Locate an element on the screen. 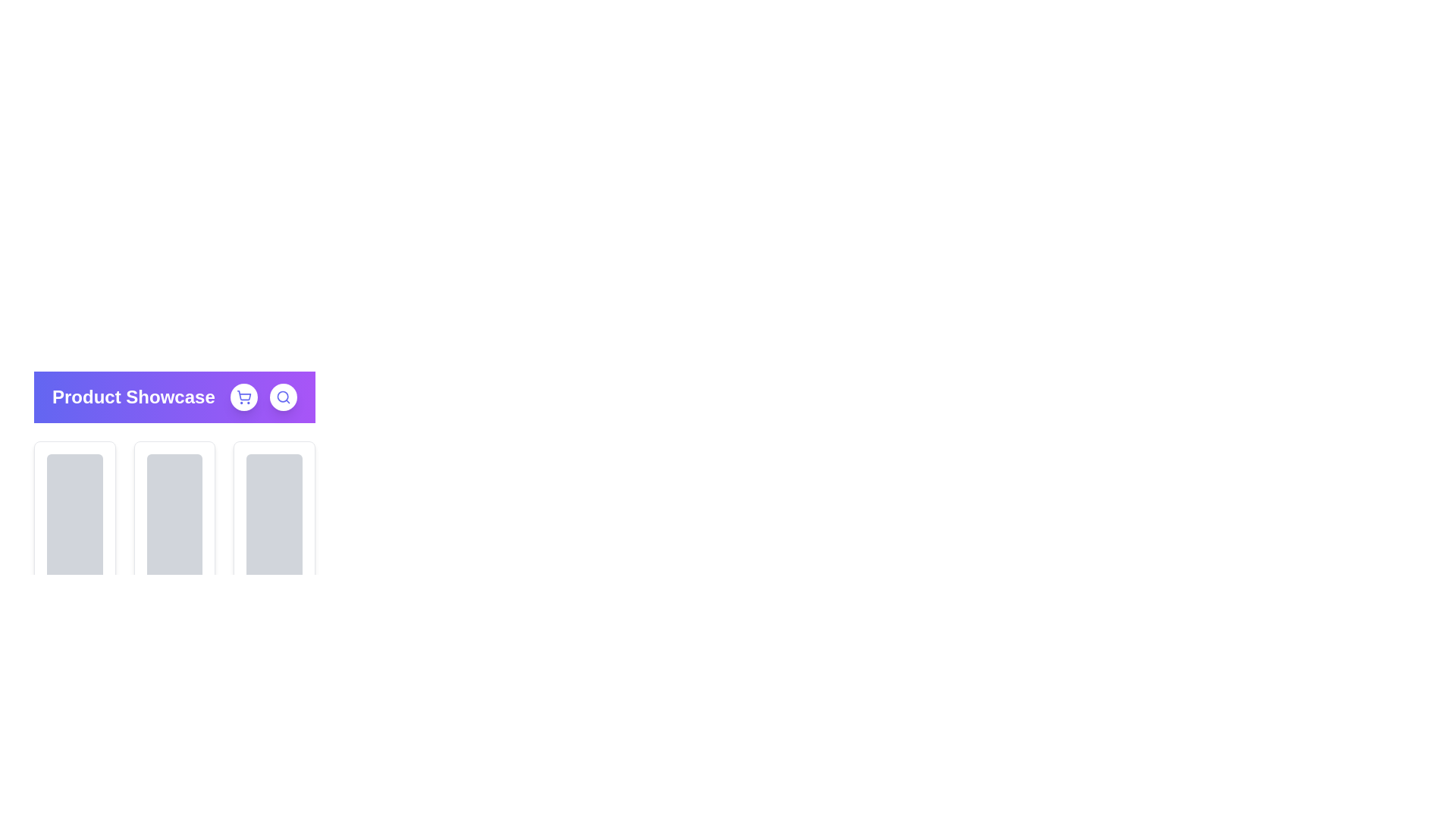  the shopping cart icon button located in the header section, positioned to the right of the 'Product Showcase' label and to the left of the search icon is located at coordinates (243, 397).